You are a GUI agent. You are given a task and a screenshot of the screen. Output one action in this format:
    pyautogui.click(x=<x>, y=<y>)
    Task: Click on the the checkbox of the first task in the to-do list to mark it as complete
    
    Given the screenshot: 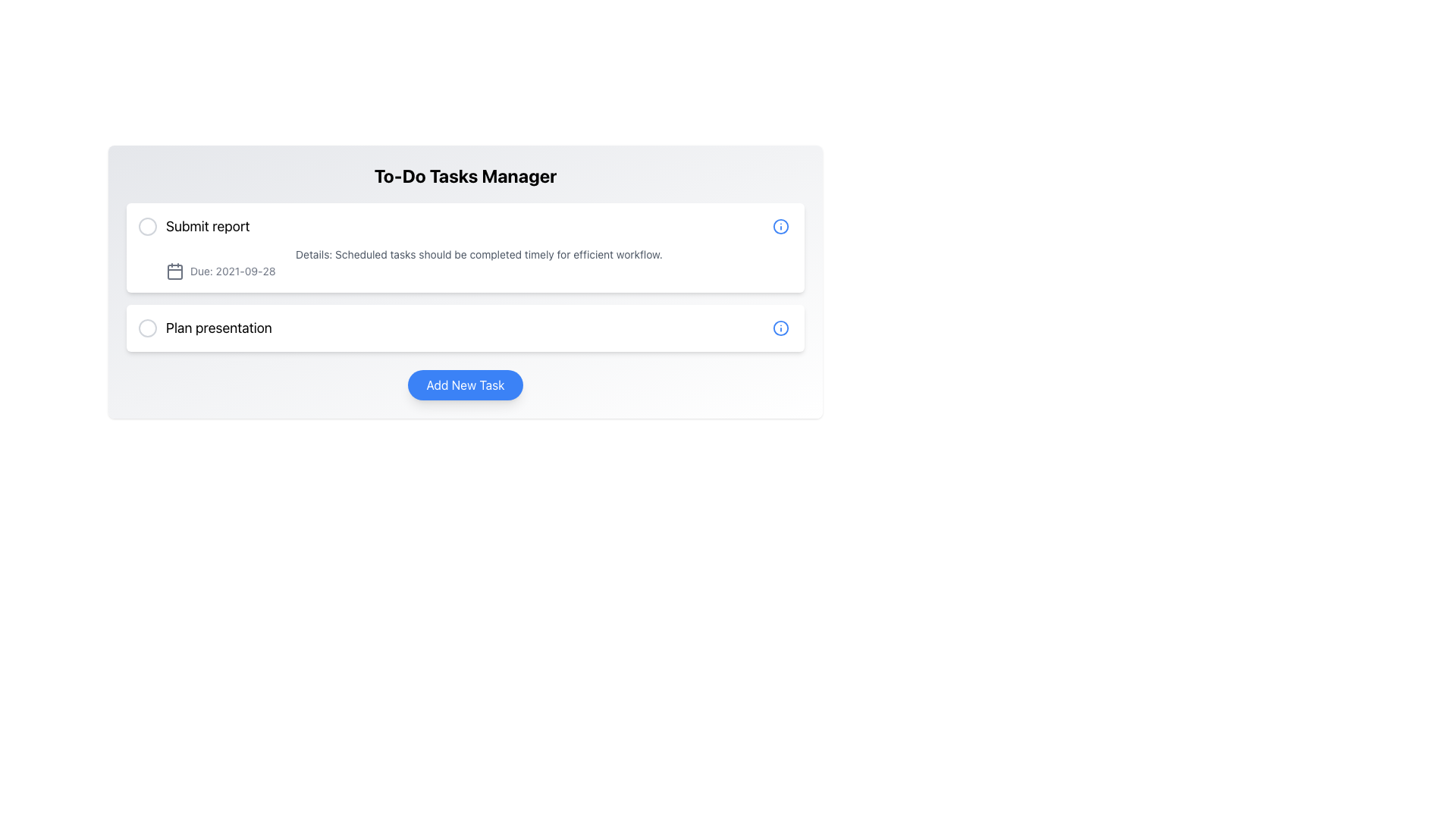 What is the action you would take?
    pyautogui.click(x=193, y=227)
    